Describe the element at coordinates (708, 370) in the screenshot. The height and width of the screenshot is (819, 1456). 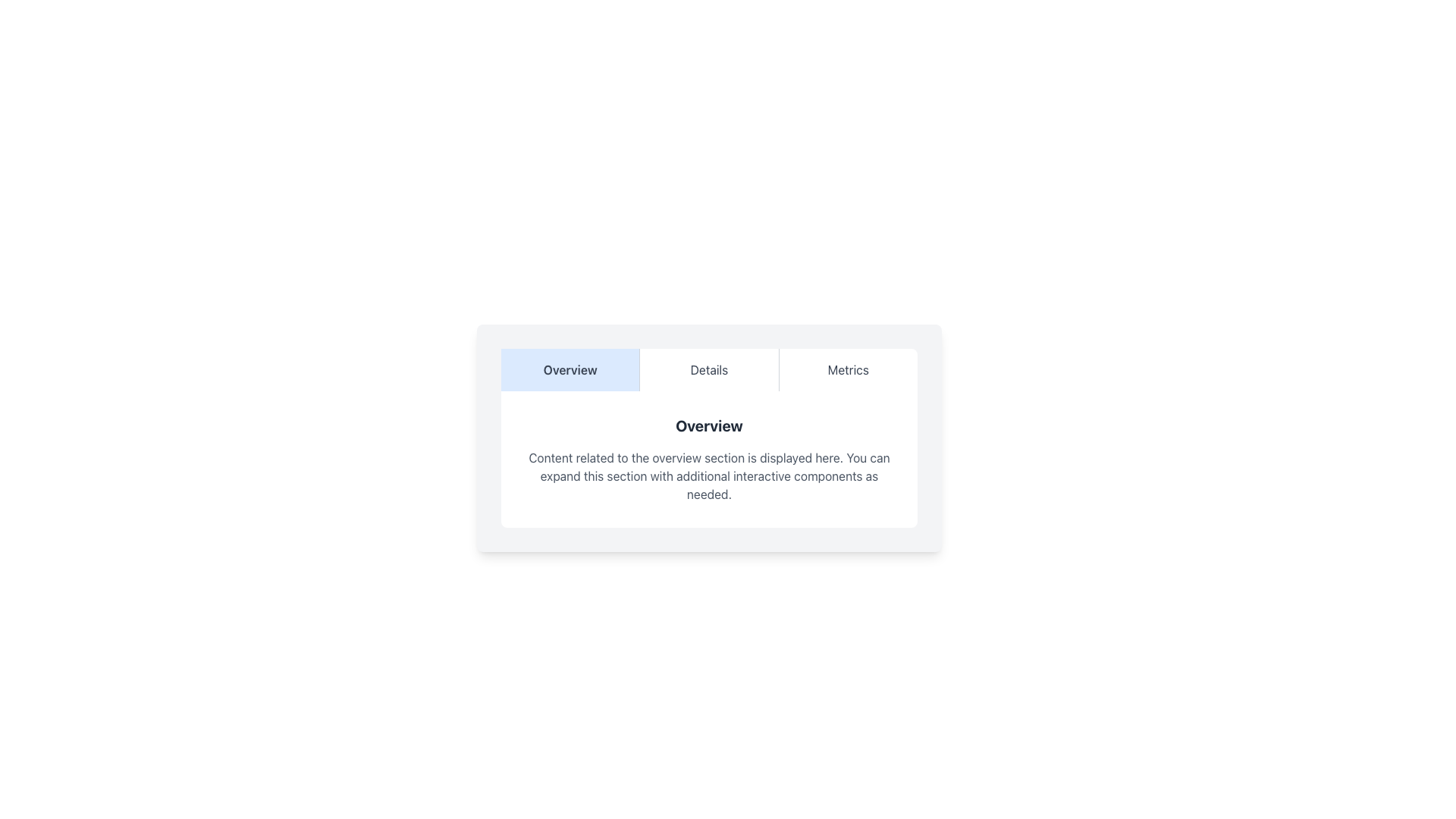
I see `the 'Details' tab, which is the middle tab of three, to trigger the hover effect` at that location.